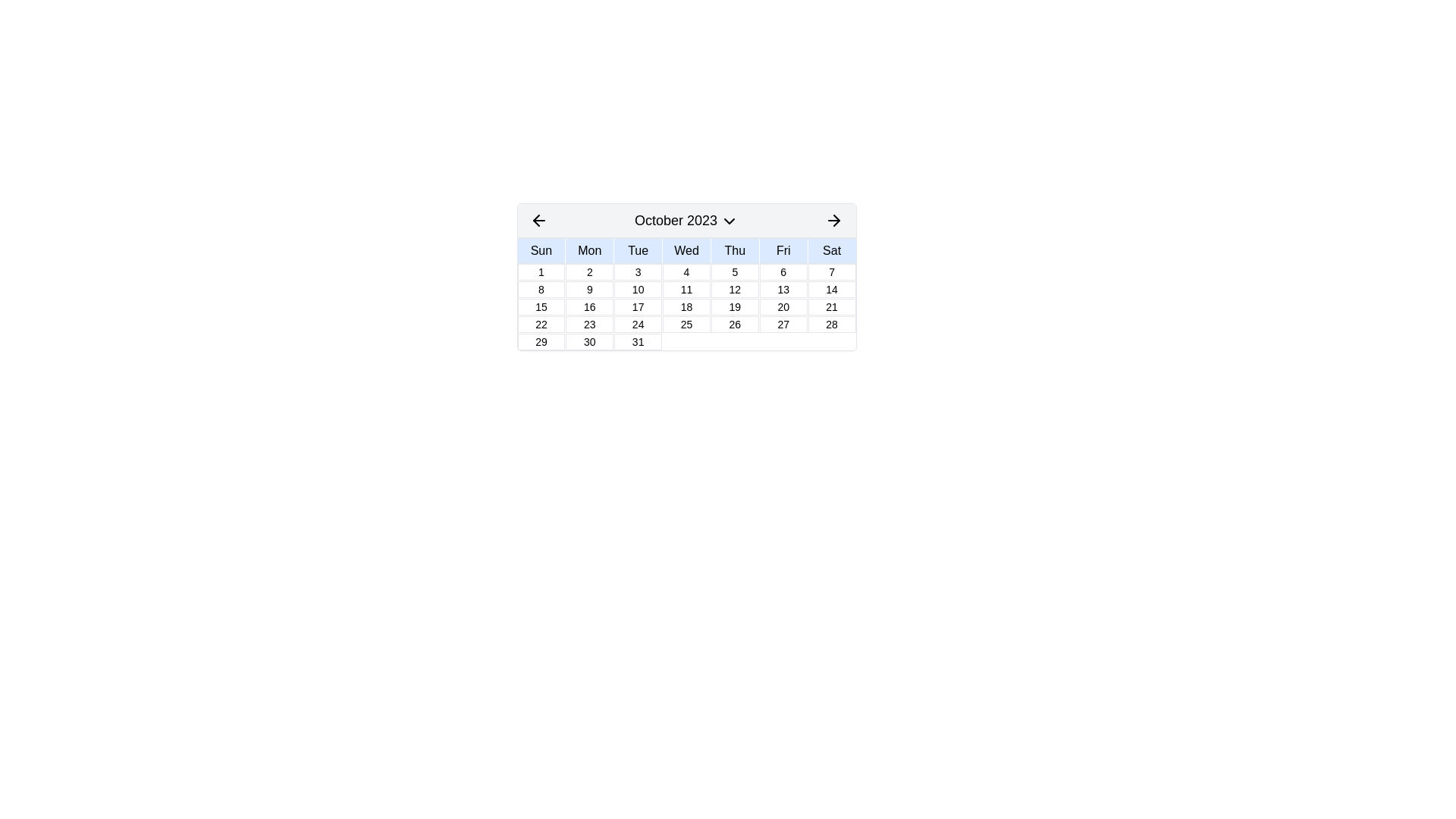 The image size is (1456, 819). Describe the element at coordinates (588, 271) in the screenshot. I see `the Calendar Day Cell representing the second day of the month, located in the second column under the 'Mon' header` at that location.